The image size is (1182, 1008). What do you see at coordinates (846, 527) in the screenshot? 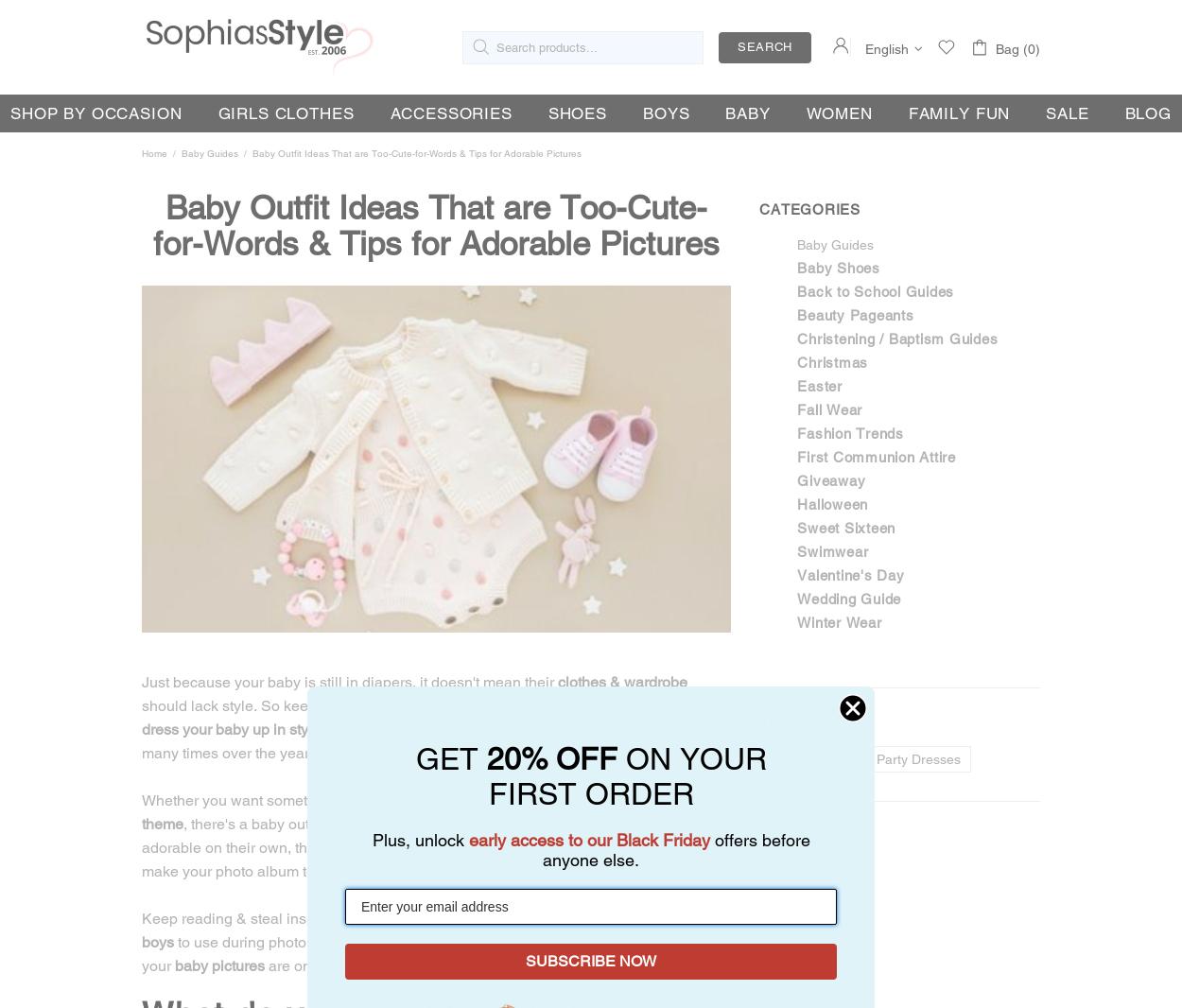
I see `'Sweet Sixteen'` at bounding box center [846, 527].